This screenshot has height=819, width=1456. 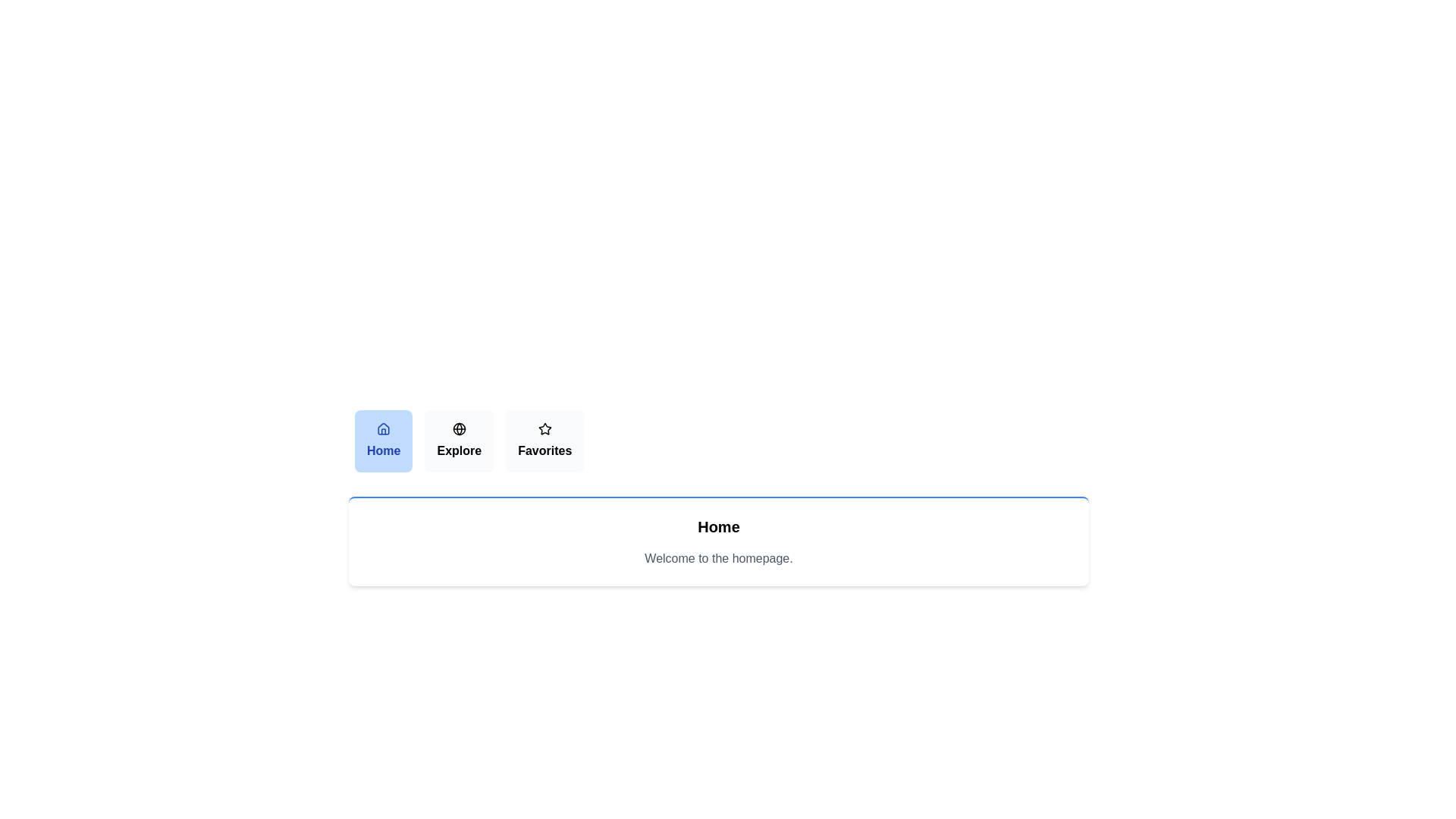 I want to click on the Favorites tab by clicking on its button, so click(x=545, y=441).